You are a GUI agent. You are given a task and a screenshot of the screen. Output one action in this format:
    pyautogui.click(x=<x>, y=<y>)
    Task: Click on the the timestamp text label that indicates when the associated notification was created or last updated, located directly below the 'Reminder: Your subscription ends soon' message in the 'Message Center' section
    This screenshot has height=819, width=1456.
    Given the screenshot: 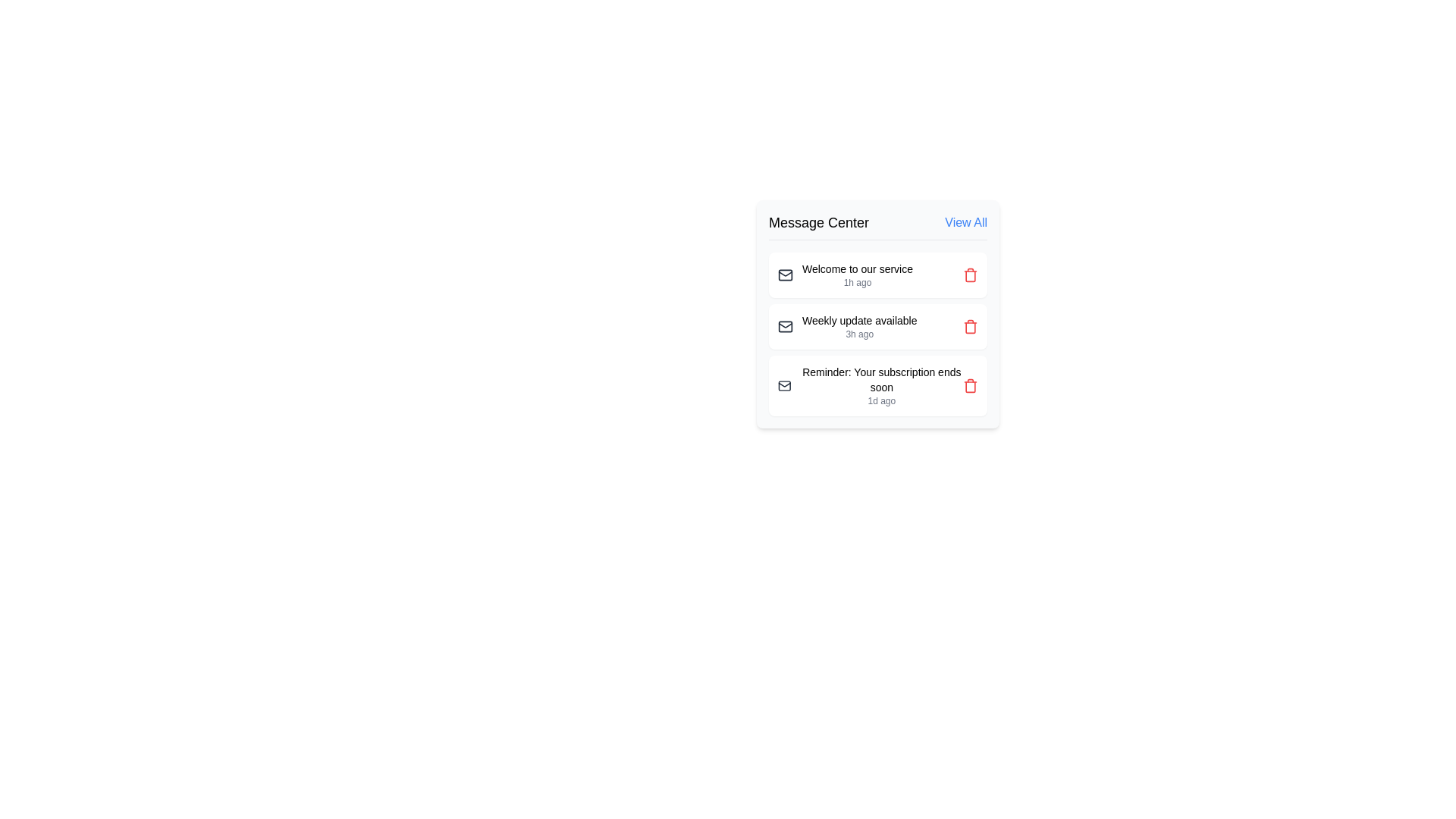 What is the action you would take?
    pyautogui.click(x=881, y=400)
    